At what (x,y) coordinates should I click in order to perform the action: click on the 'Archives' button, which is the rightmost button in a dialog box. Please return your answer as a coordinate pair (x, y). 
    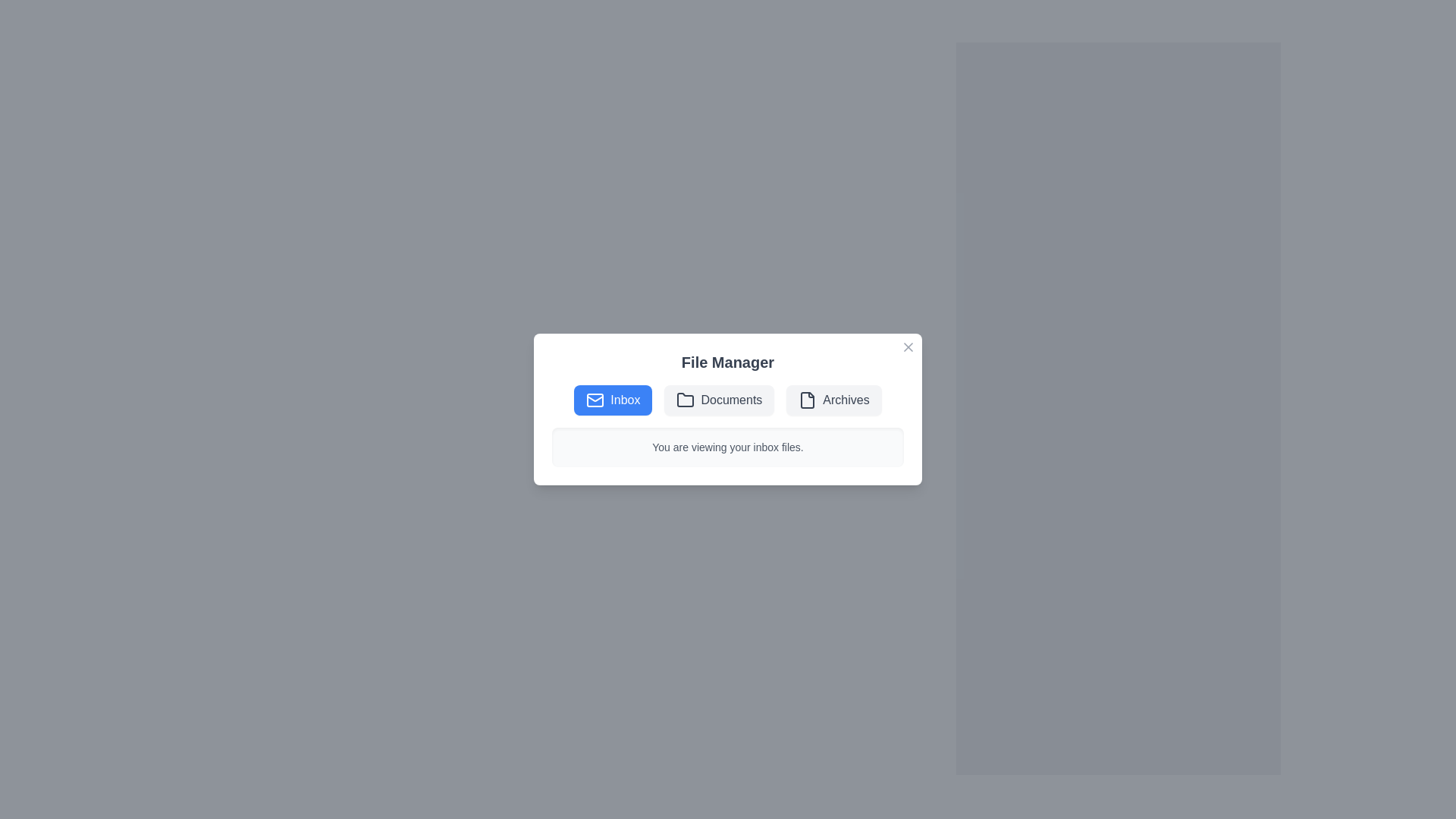
    Looking at the image, I should click on (833, 400).